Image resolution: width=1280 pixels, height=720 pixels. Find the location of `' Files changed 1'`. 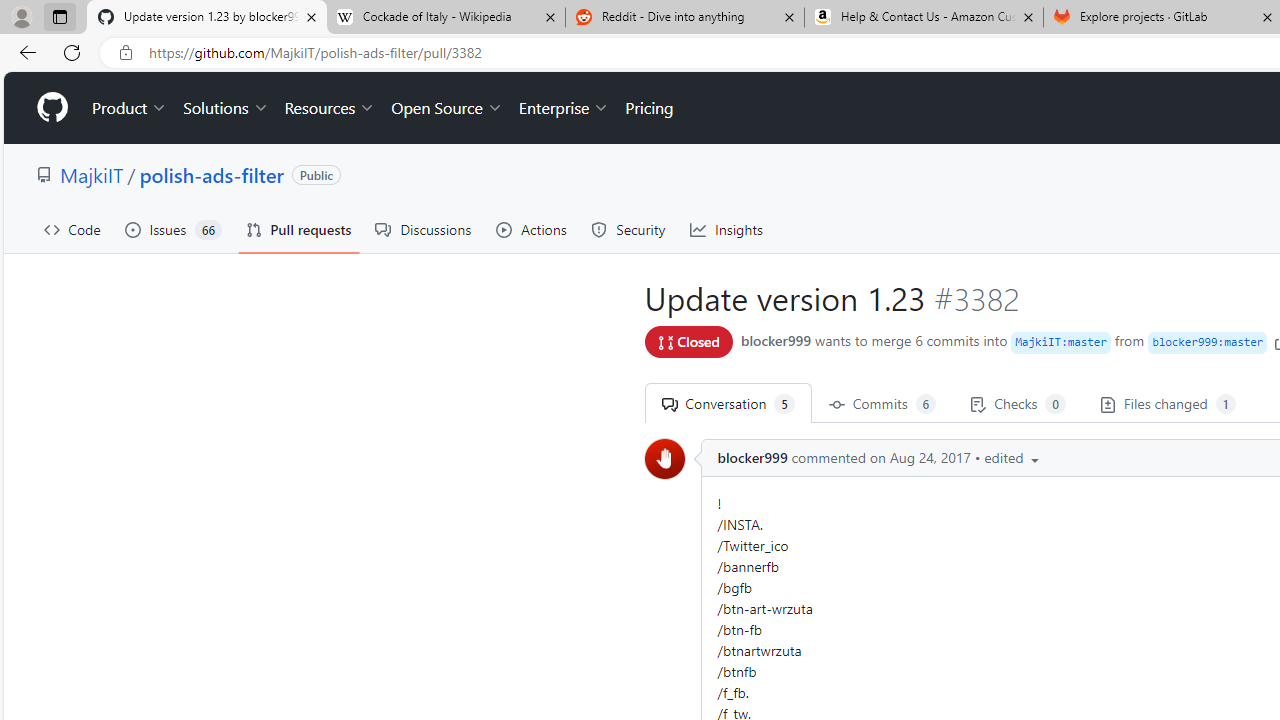

' Files changed 1' is located at coordinates (1167, 403).